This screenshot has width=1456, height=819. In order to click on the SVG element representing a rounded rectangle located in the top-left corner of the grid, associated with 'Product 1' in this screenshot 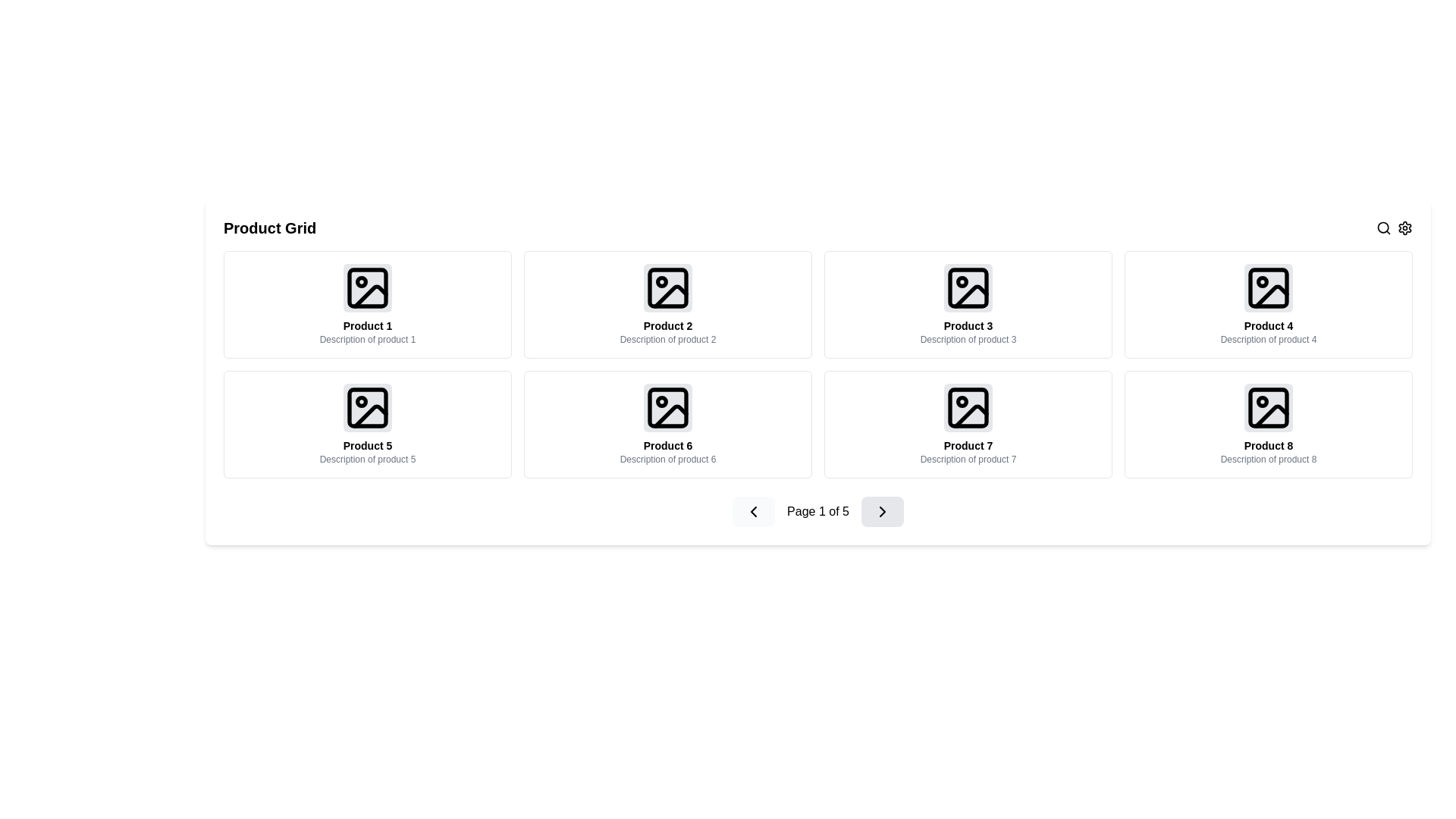, I will do `click(367, 288)`.